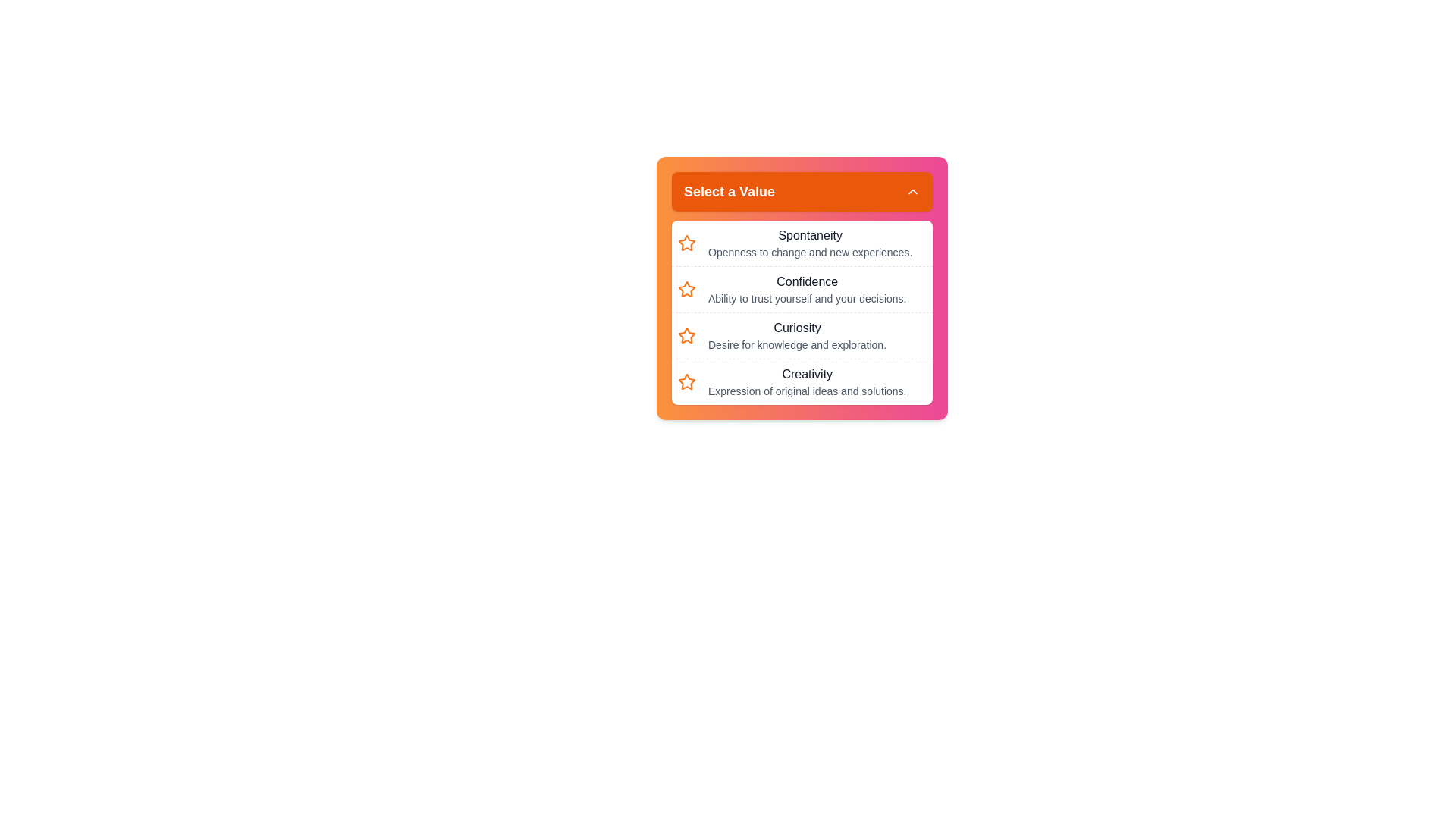  Describe the element at coordinates (806, 298) in the screenshot. I see `the detailed explanation of the 'Confidence' entry located directly below the 'Confidence' heading in the dropdown menu` at that location.